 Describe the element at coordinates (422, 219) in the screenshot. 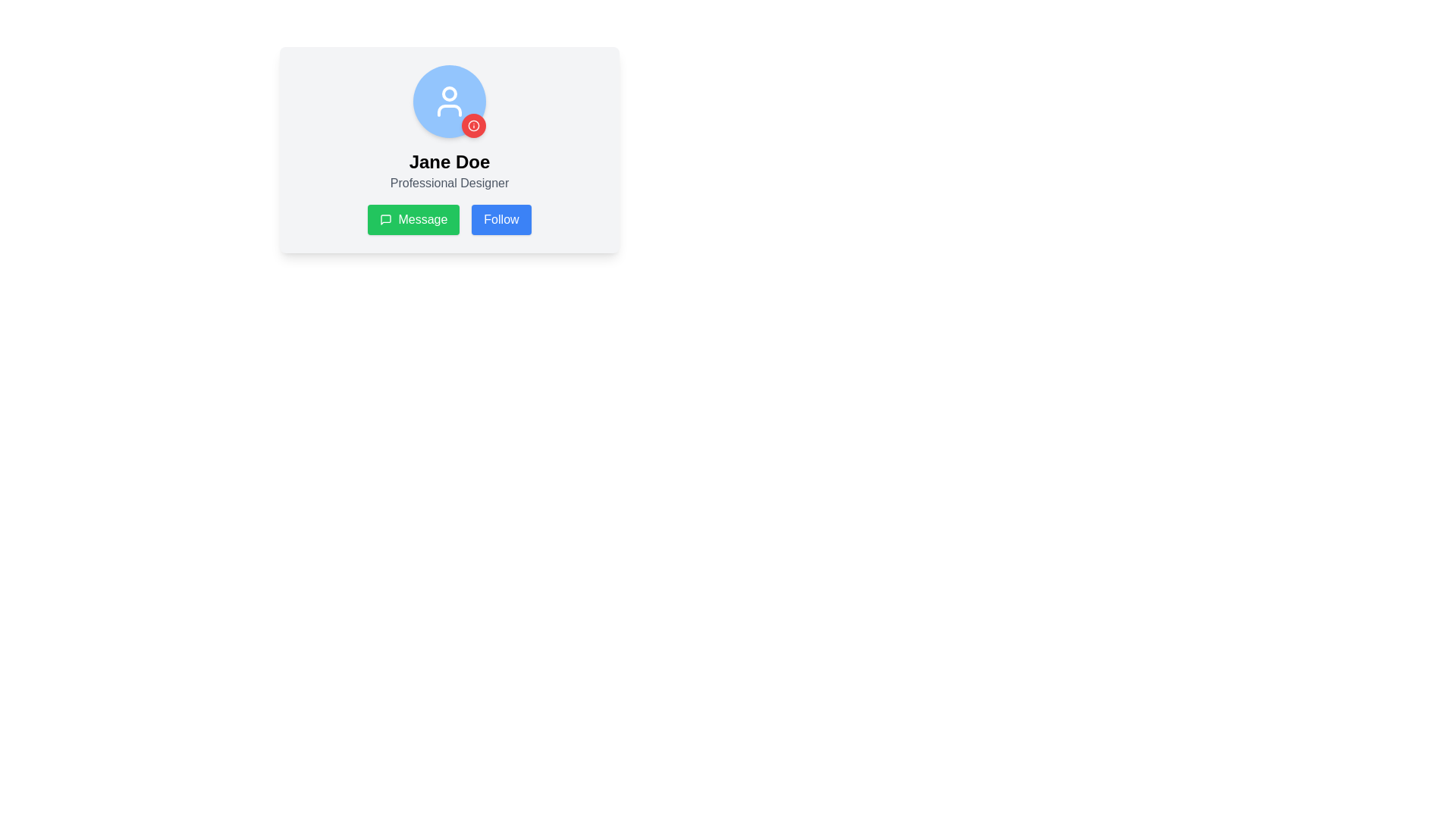

I see `the 'Message' button, which contains the text label indicating the action to send a message to the profile owner` at that location.